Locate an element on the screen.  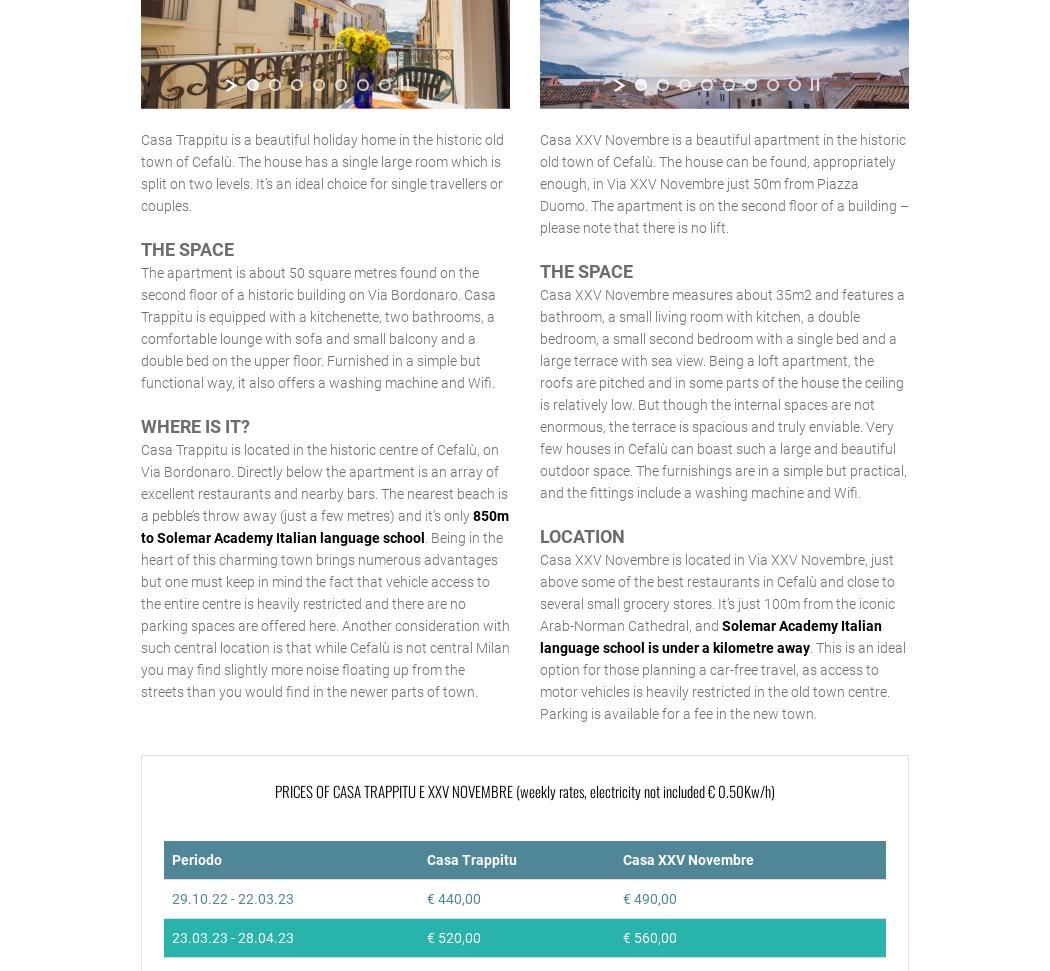
'. Being in the heart of this charming town brings numerous advantages but one must keep in mind the fact that vehicle access to the entire centre is heavily restricted and there are no parking spaces are offered here. Another consideration with such central location is that while Cefalù is not central Milan you may find slightly more noise floating up from the streets than you would find in the newer parts of town.' is located at coordinates (325, 612).